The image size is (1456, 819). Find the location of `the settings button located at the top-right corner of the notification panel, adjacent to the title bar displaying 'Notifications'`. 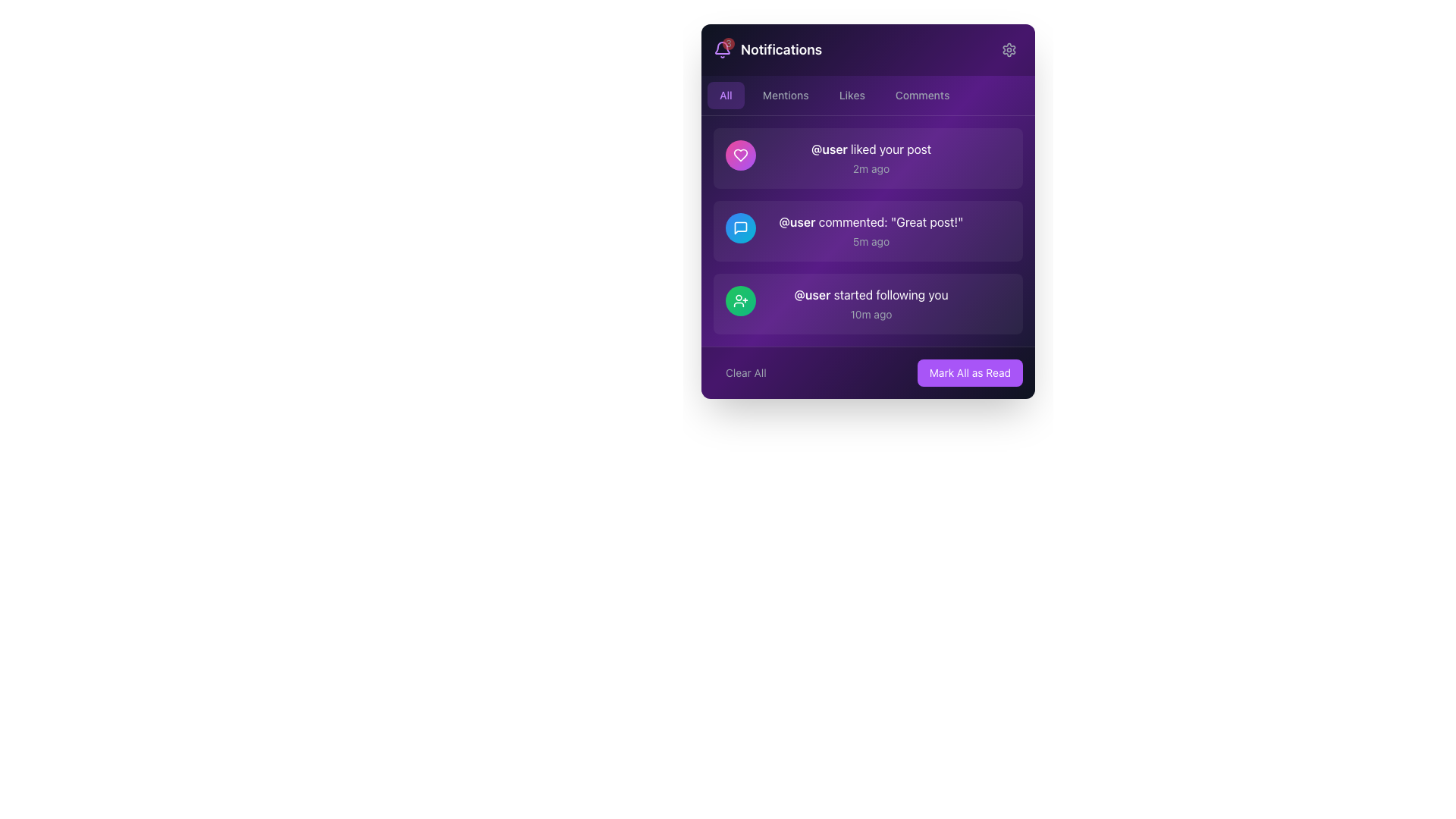

the settings button located at the top-right corner of the notification panel, adjacent to the title bar displaying 'Notifications' is located at coordinates (1009, 49).